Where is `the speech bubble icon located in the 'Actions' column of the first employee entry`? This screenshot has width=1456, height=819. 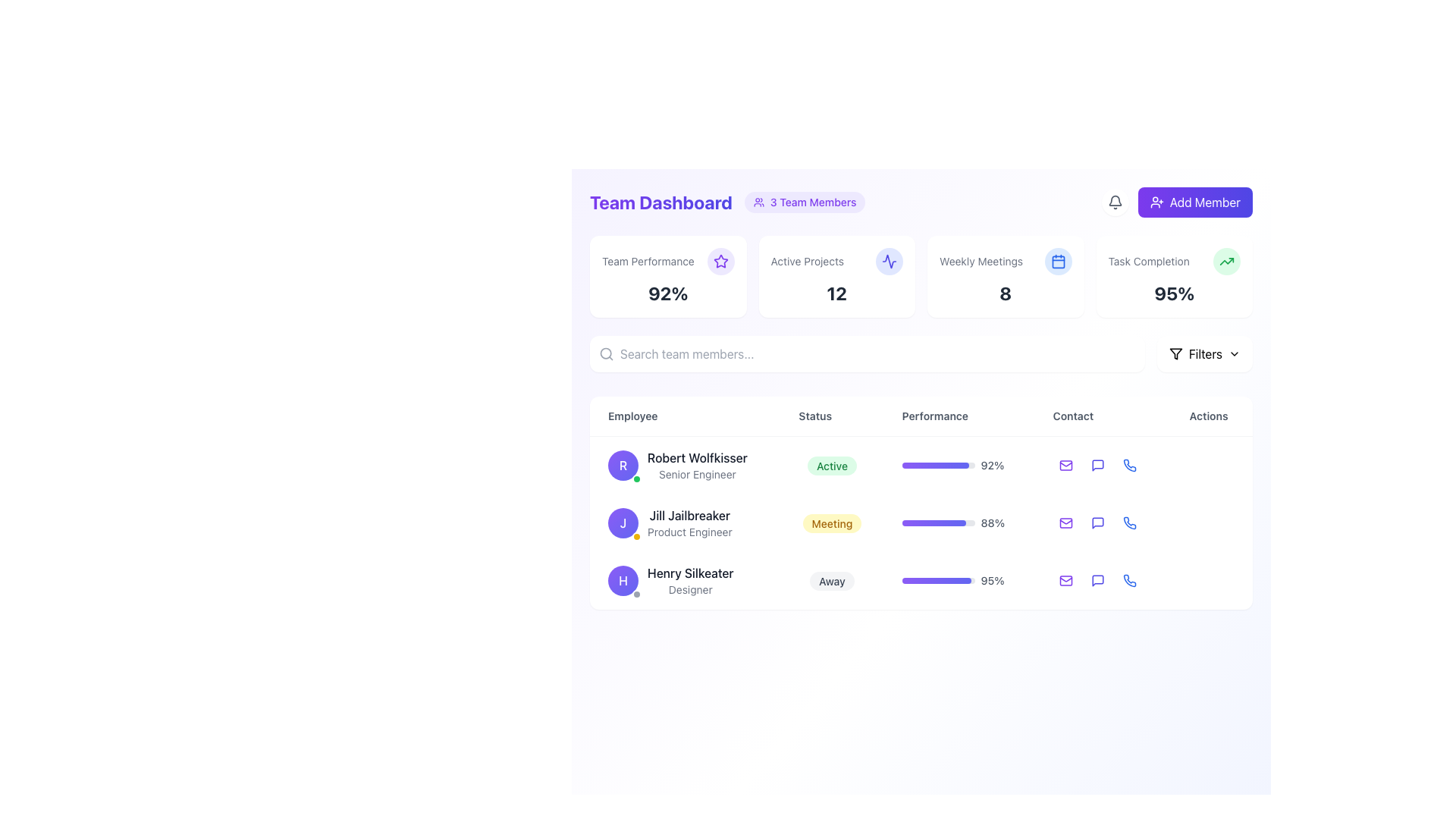
the speech bubble icon located in the 'Actions' column of the first employee entry is located at coordinates (1097, 464).